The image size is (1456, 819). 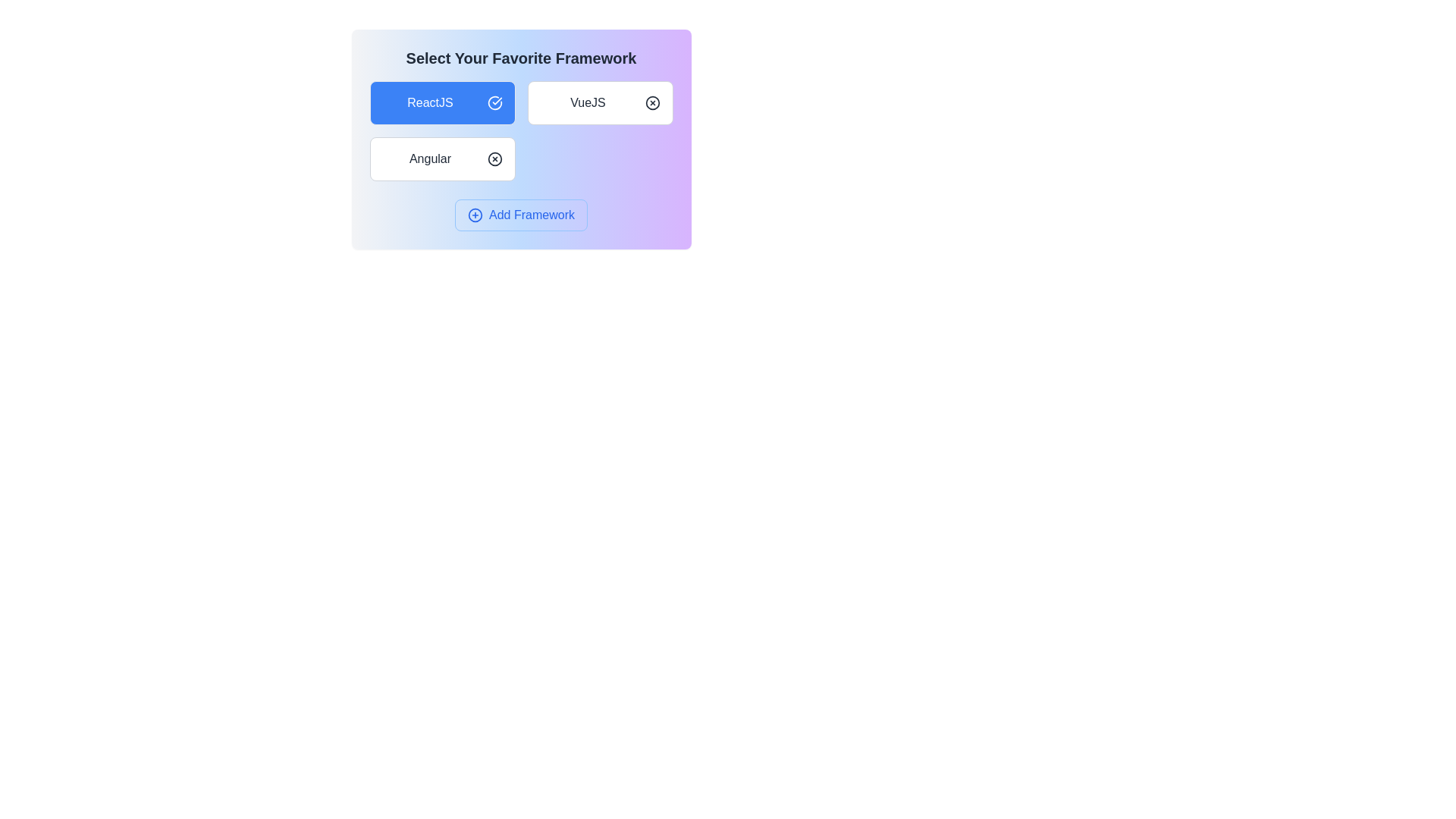 I want to click on the chip labeled Angular, so click(x=441, y=158).